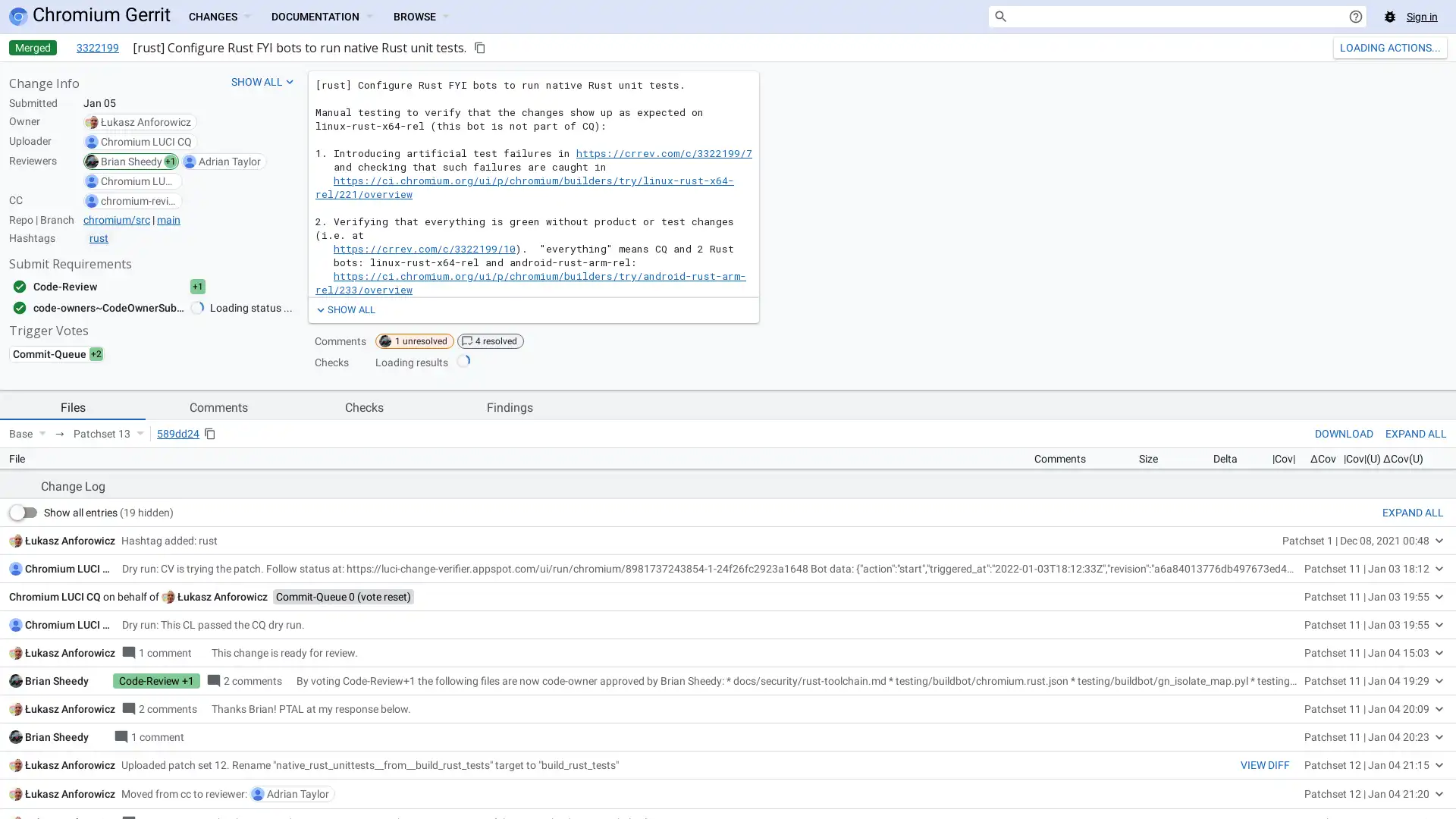 This screenshot has height=819, width=1456. What do you see at coordinates (320, 17) in the screenshot?
I see `DOCUMENTATION` at bounding box center [320, 17].